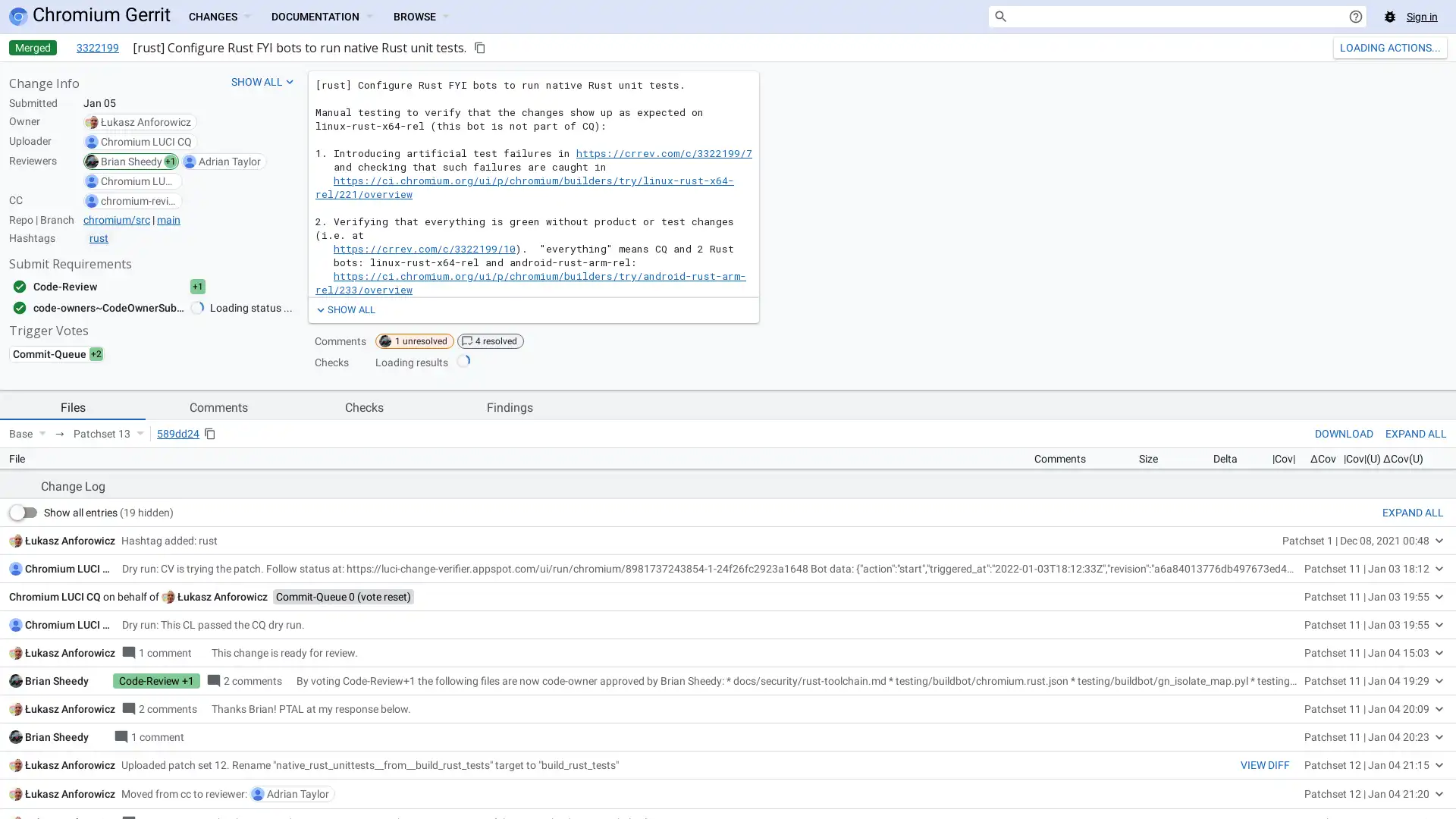 This screenshot has height=819, width=1456. What do you see at coordinates (320, 17) in the screenshot?
I see `DOCUMENTATION` at bounding box center [320, 17].